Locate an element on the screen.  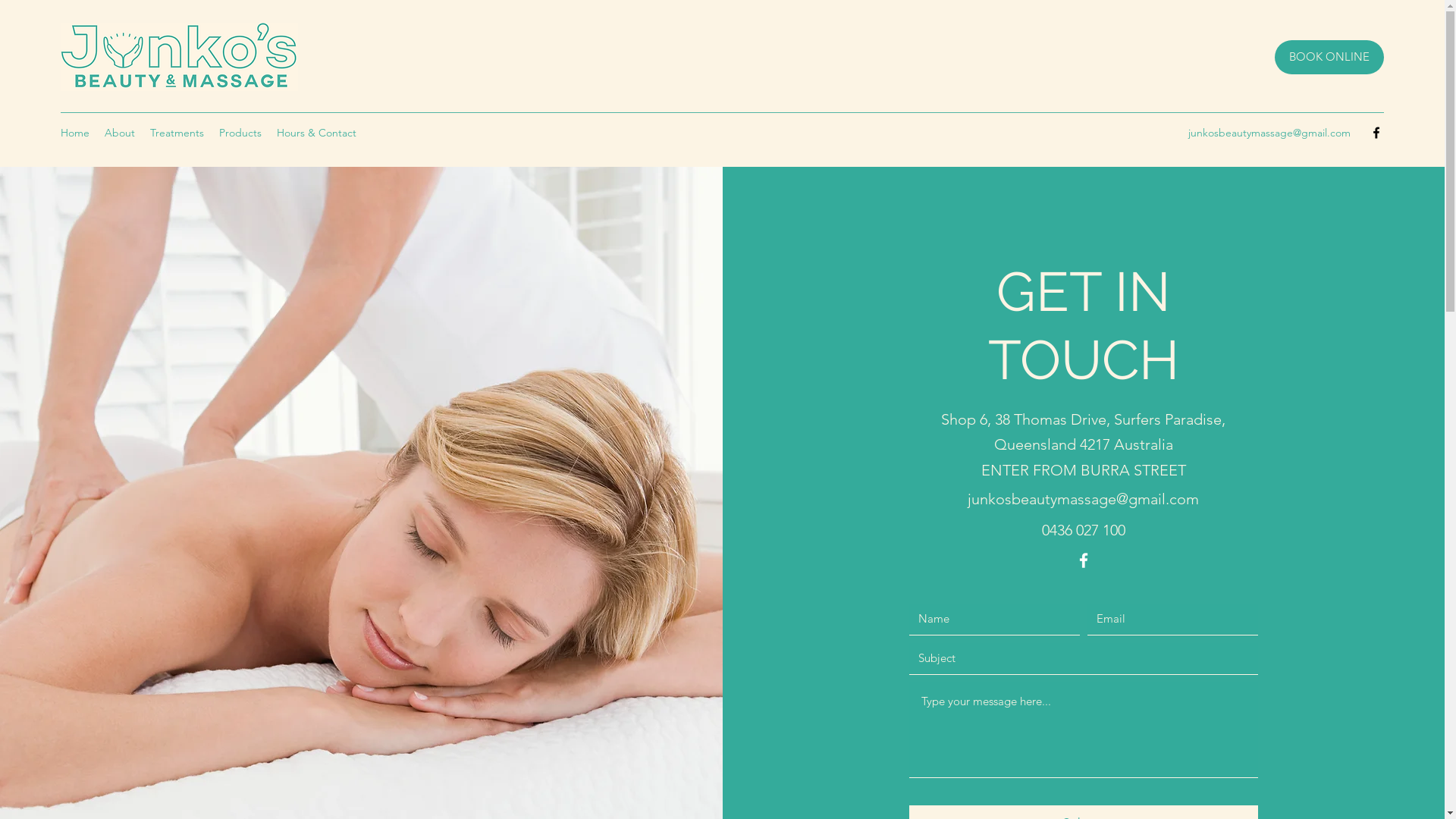
'Home' is located at coordinates (74, 131).